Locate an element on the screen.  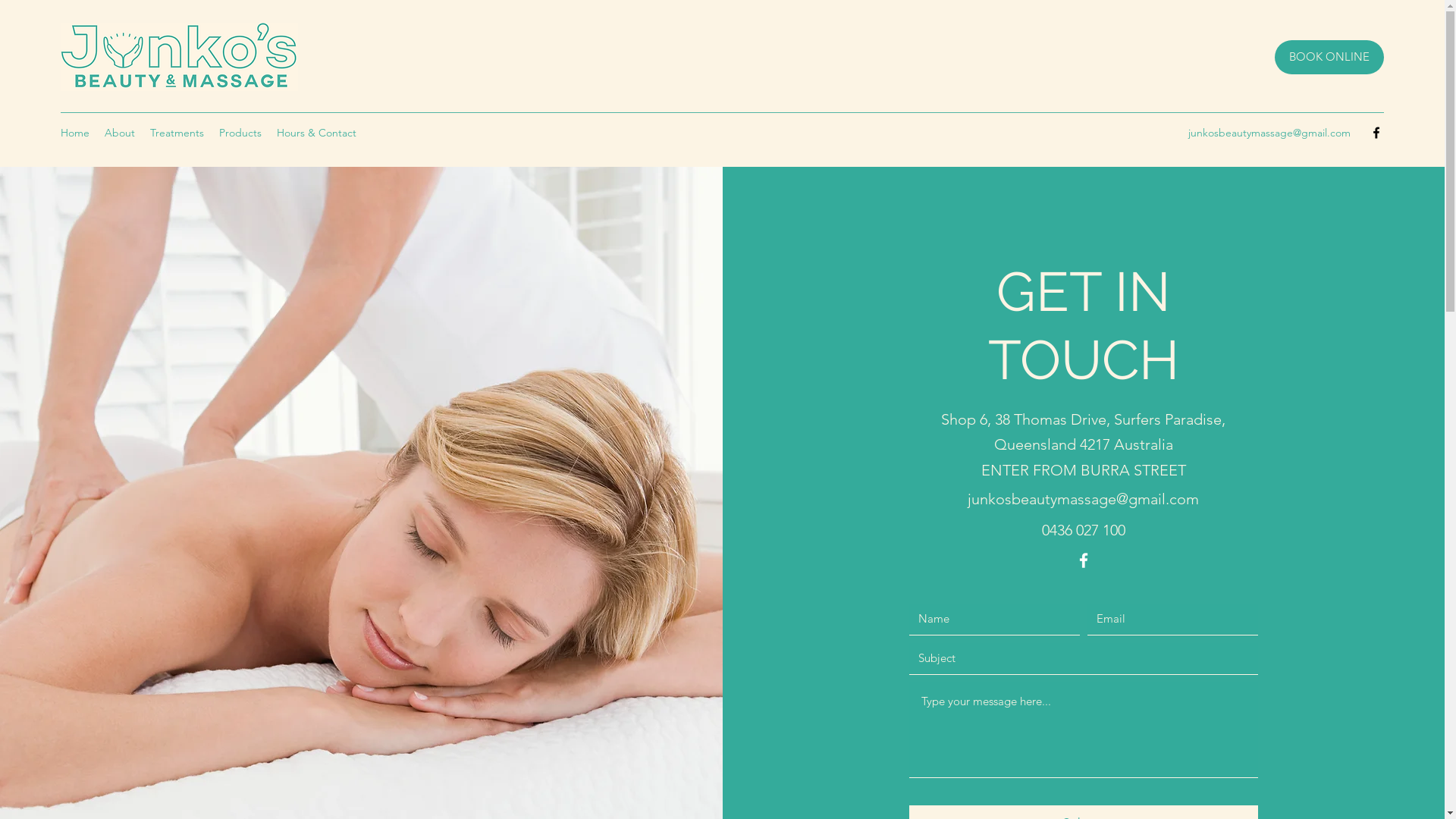
'Home' is located at coordinates (74, 131).